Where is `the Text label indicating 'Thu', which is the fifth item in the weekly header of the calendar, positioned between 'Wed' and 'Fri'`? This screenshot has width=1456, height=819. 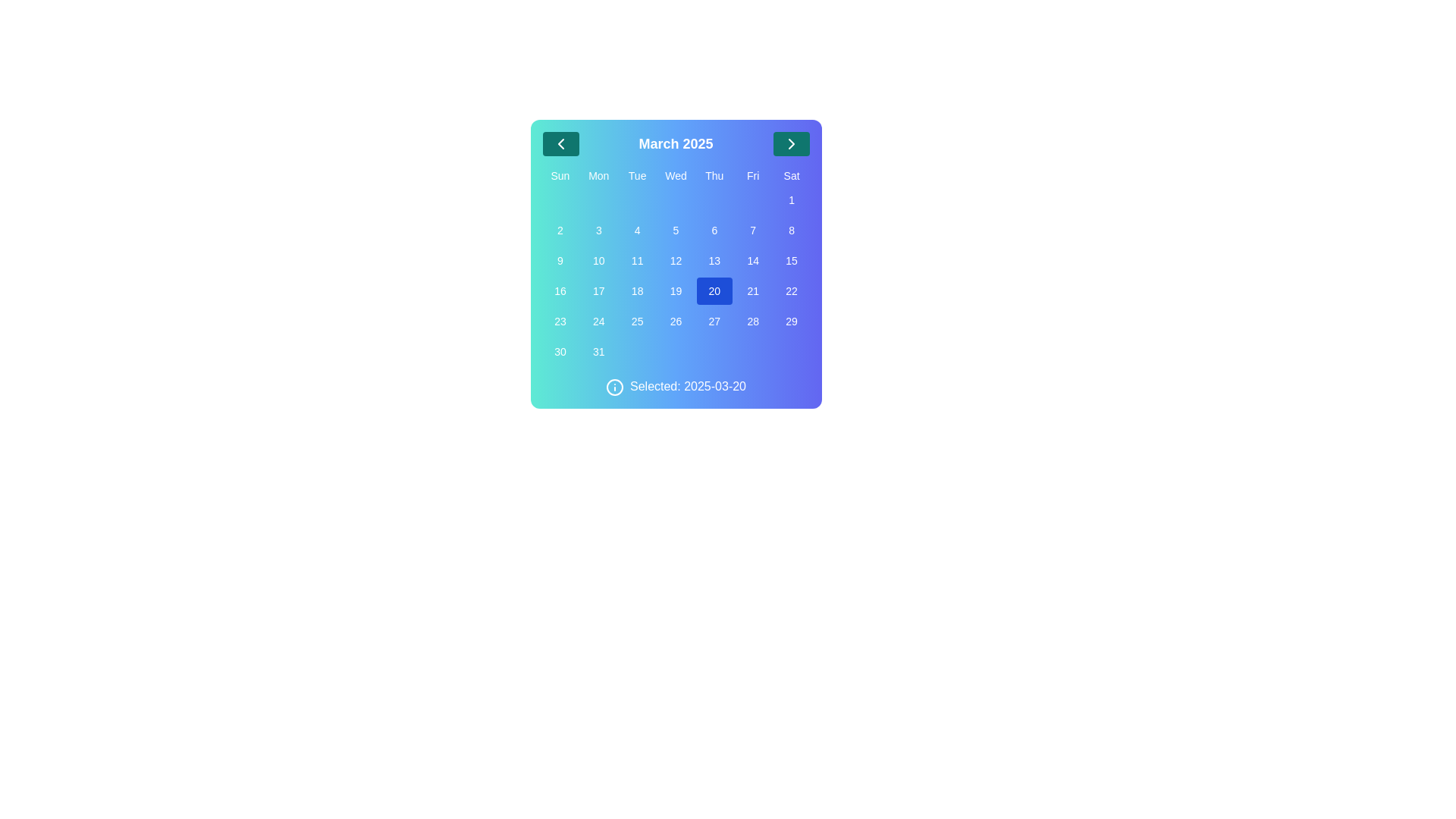
the Text label indicating 'Thu', which is the fifth item in the weekly header of the calendar, positioned between 'Wed' and 'Fri' is located at coordinates (714, 174).